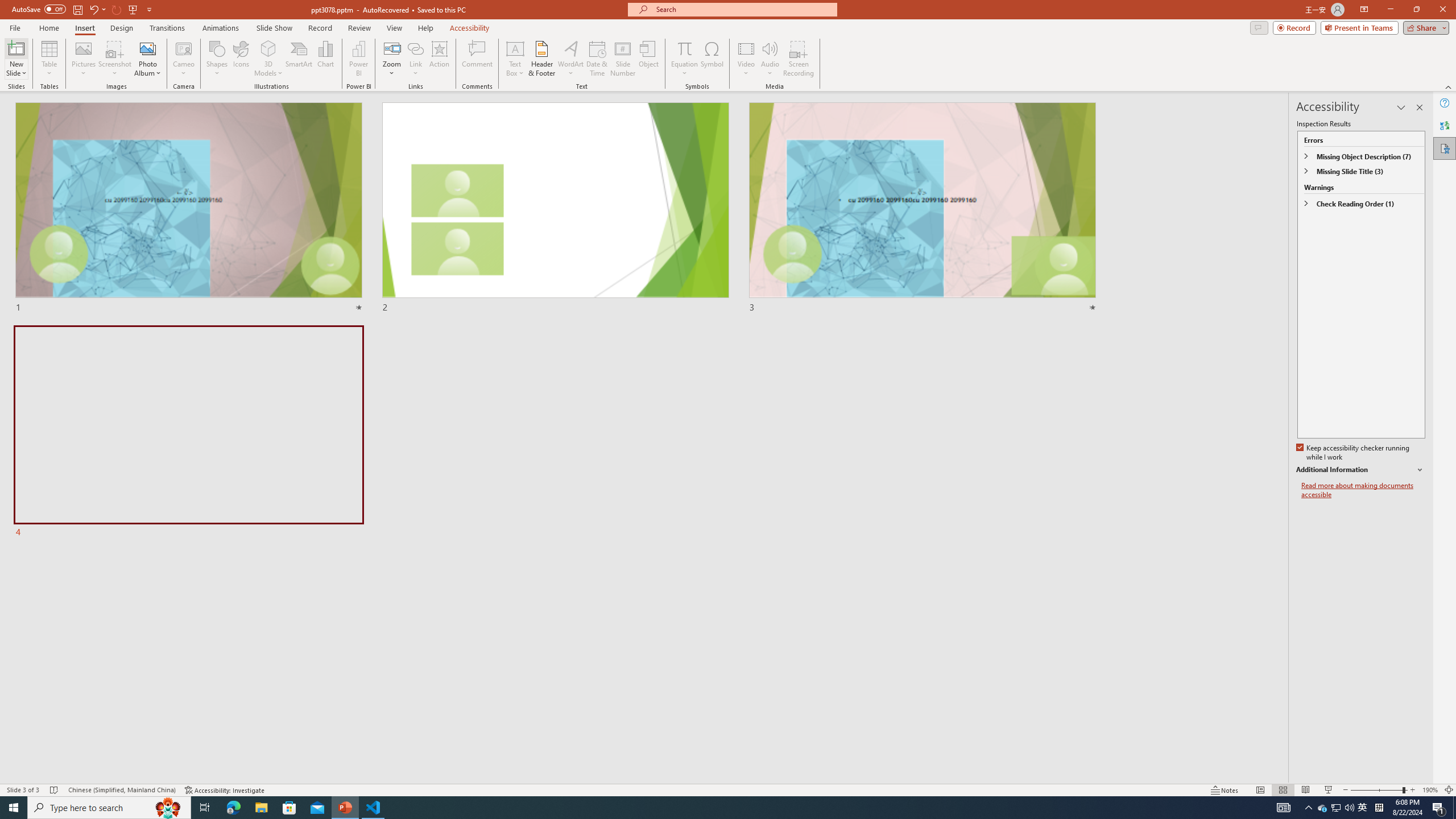 The image size is (1456, 819). Describe the element at coordinates (268, 59) in the screenshot. I see `'3D Models'` at that location.